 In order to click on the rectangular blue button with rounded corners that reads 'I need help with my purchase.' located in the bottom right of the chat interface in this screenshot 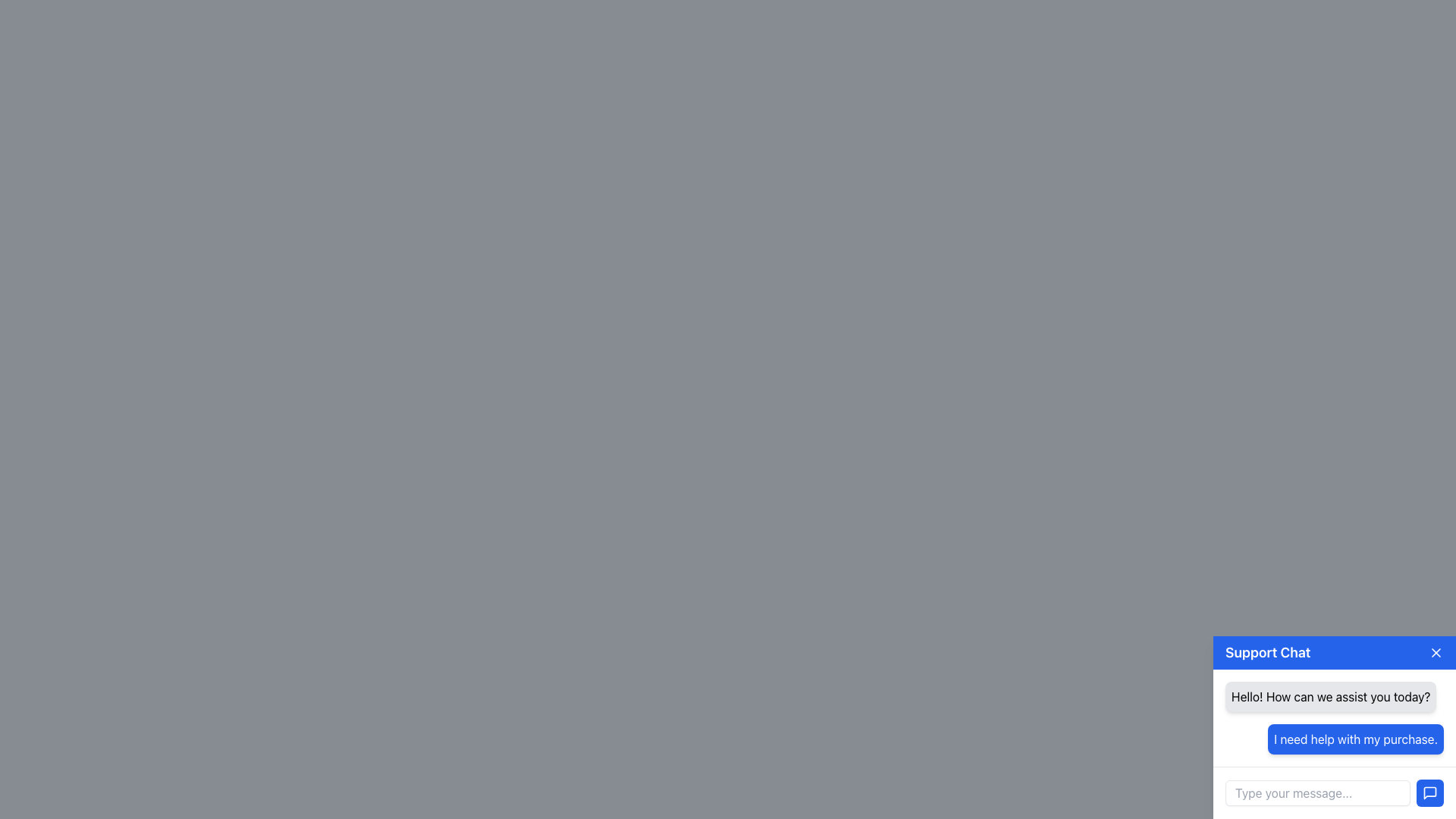, I will do `click(1356, 739)`.